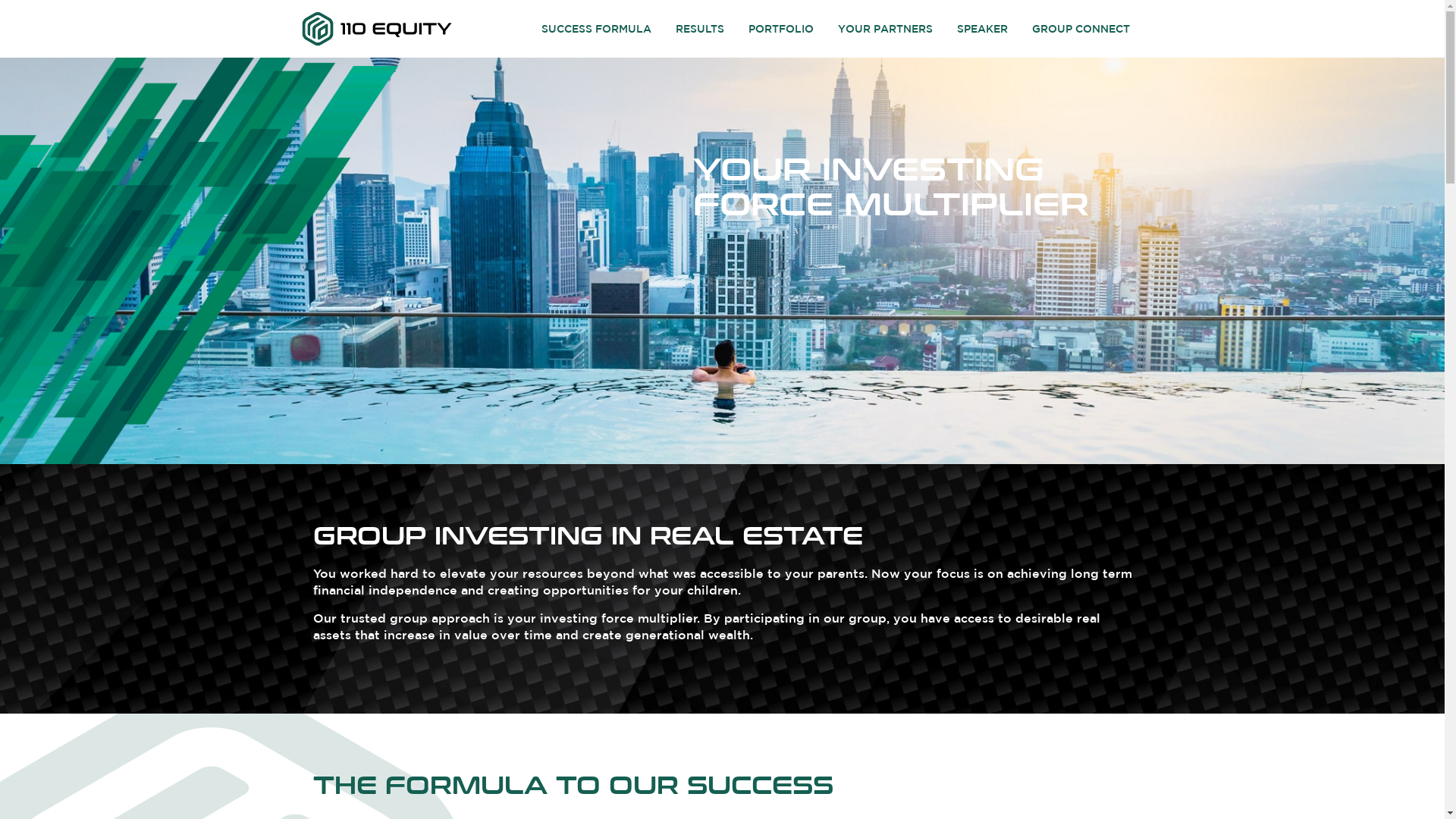 The width and height of the screenshot is (1456, 819). I want to click on 'PORTFOLIO', so click(738, 29).